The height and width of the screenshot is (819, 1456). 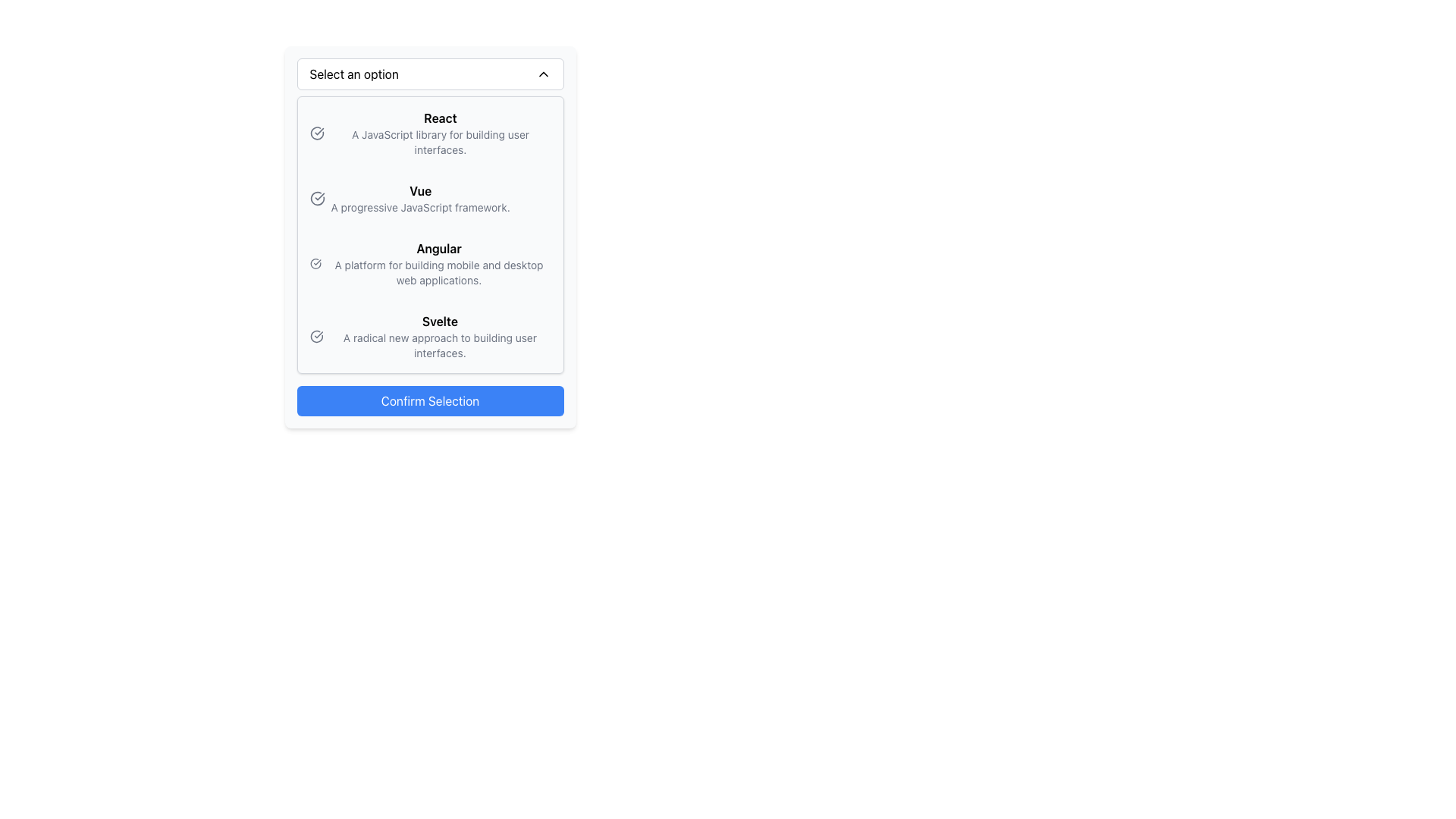 What do you see at coordinates (429, 198) in the screenshot?
I see `the second card in the vertical selectable list for 'Vue'` at bounding box center [429, 198].